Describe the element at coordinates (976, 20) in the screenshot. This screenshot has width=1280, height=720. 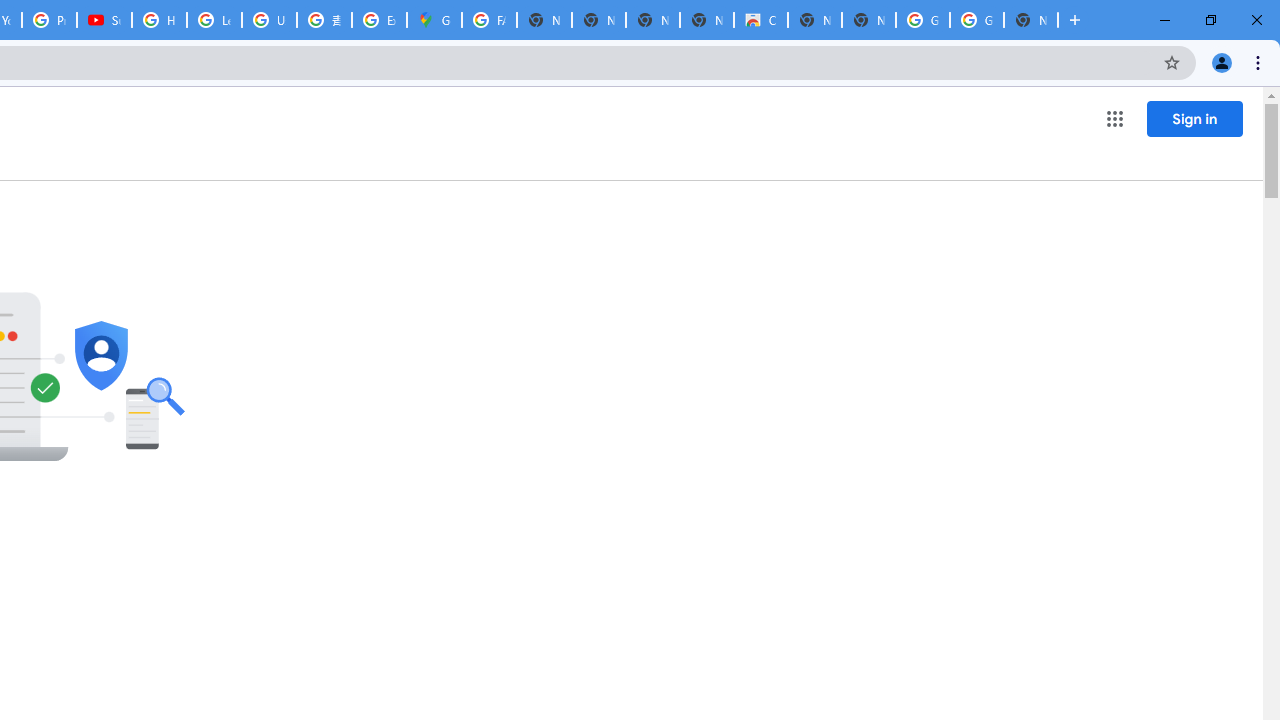
I see `'Google Images'` at that location.